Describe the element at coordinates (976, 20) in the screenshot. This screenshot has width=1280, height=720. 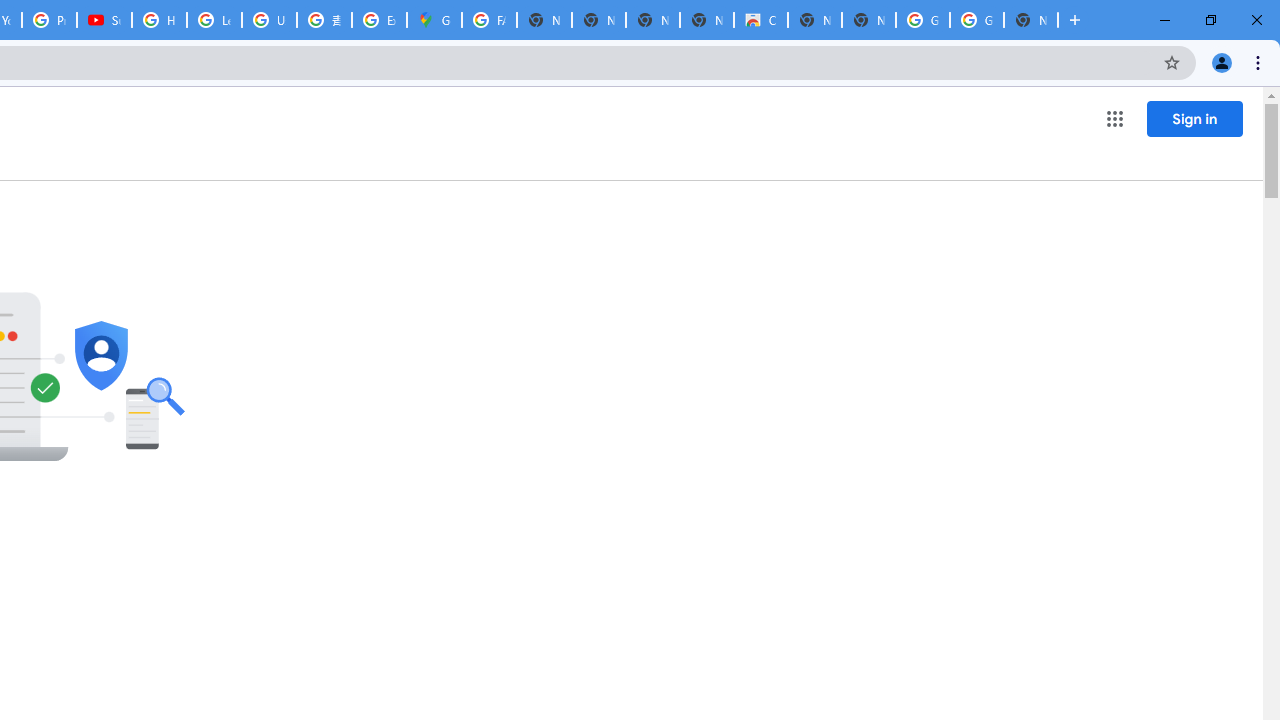
I see `'Google Images'` at that location.